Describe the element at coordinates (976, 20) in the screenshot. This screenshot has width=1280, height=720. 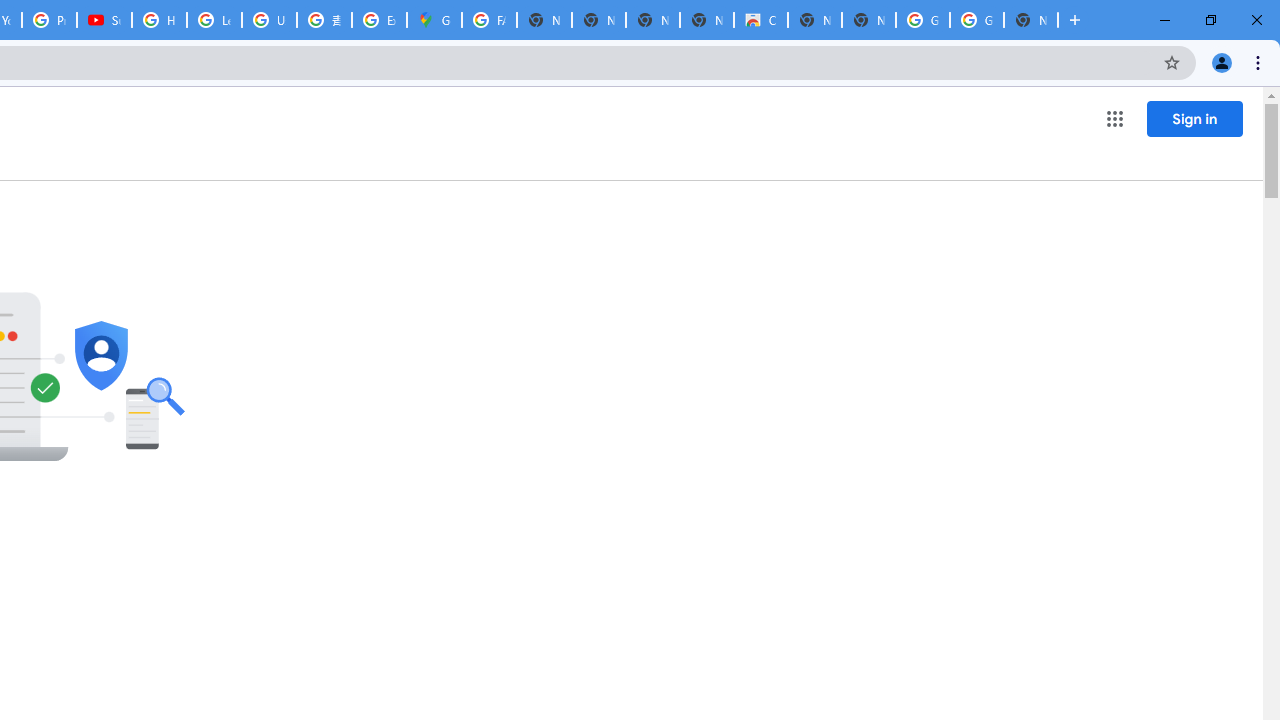
I see `'Google Images'` at that location.